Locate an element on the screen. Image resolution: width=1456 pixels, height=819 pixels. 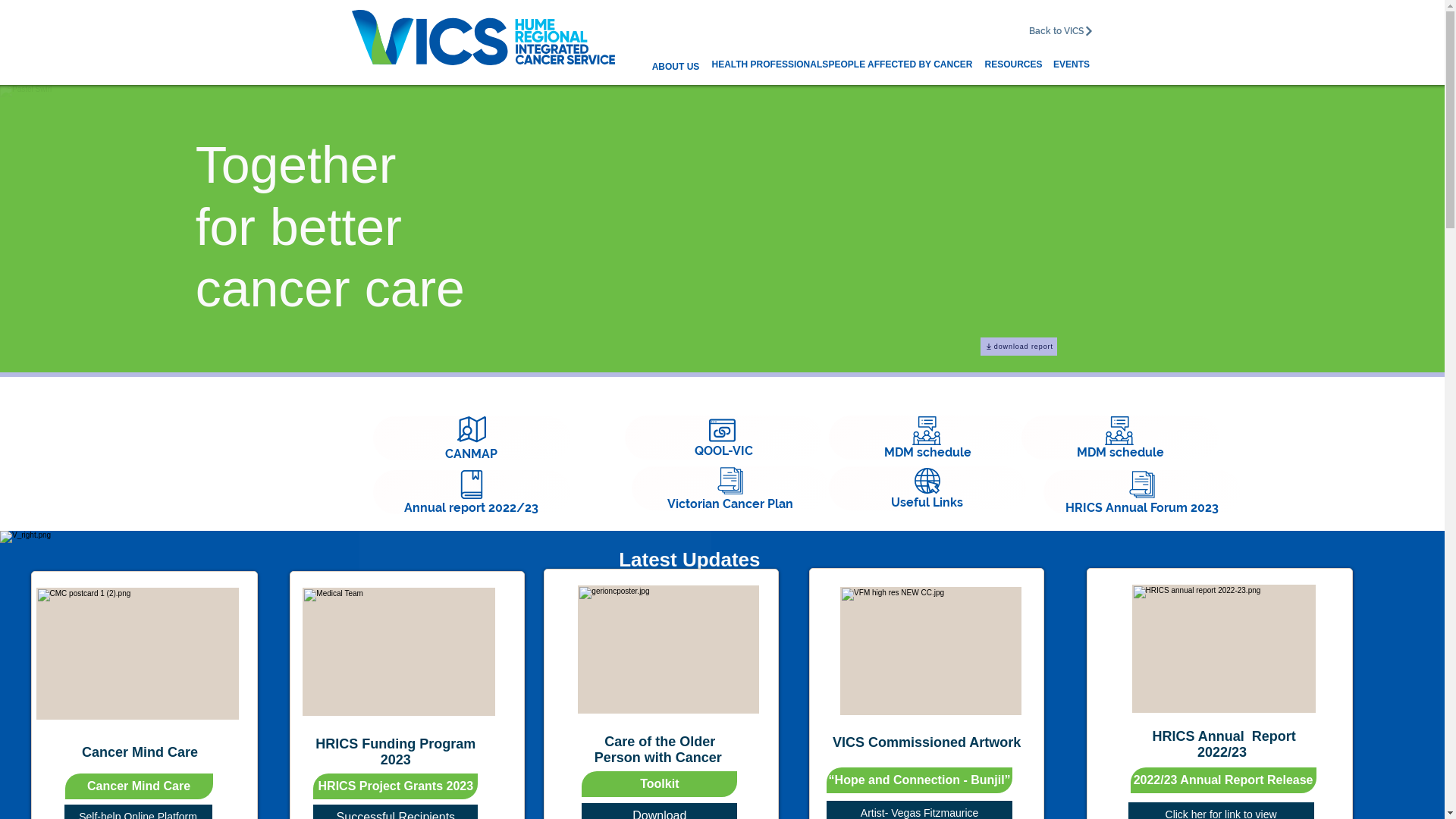
'Victorian Cancer Plan' is located at coordinates (729, 488).